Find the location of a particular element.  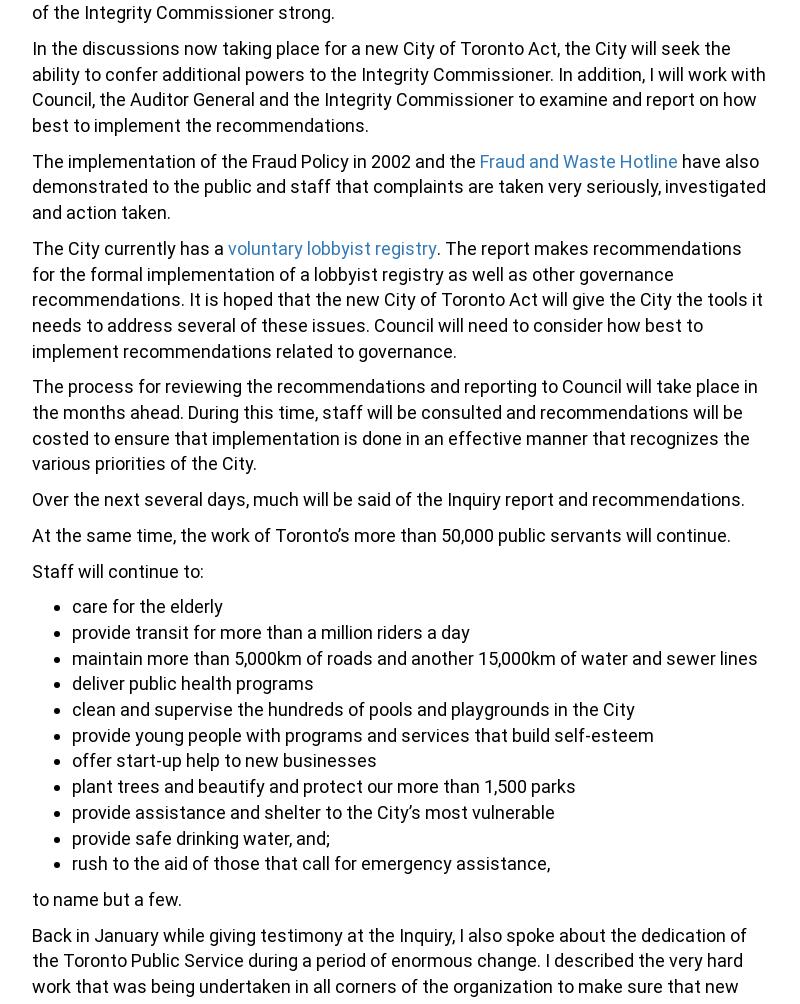

'provide transit for more than a million riders a day' is located at coordinates (270, 630).